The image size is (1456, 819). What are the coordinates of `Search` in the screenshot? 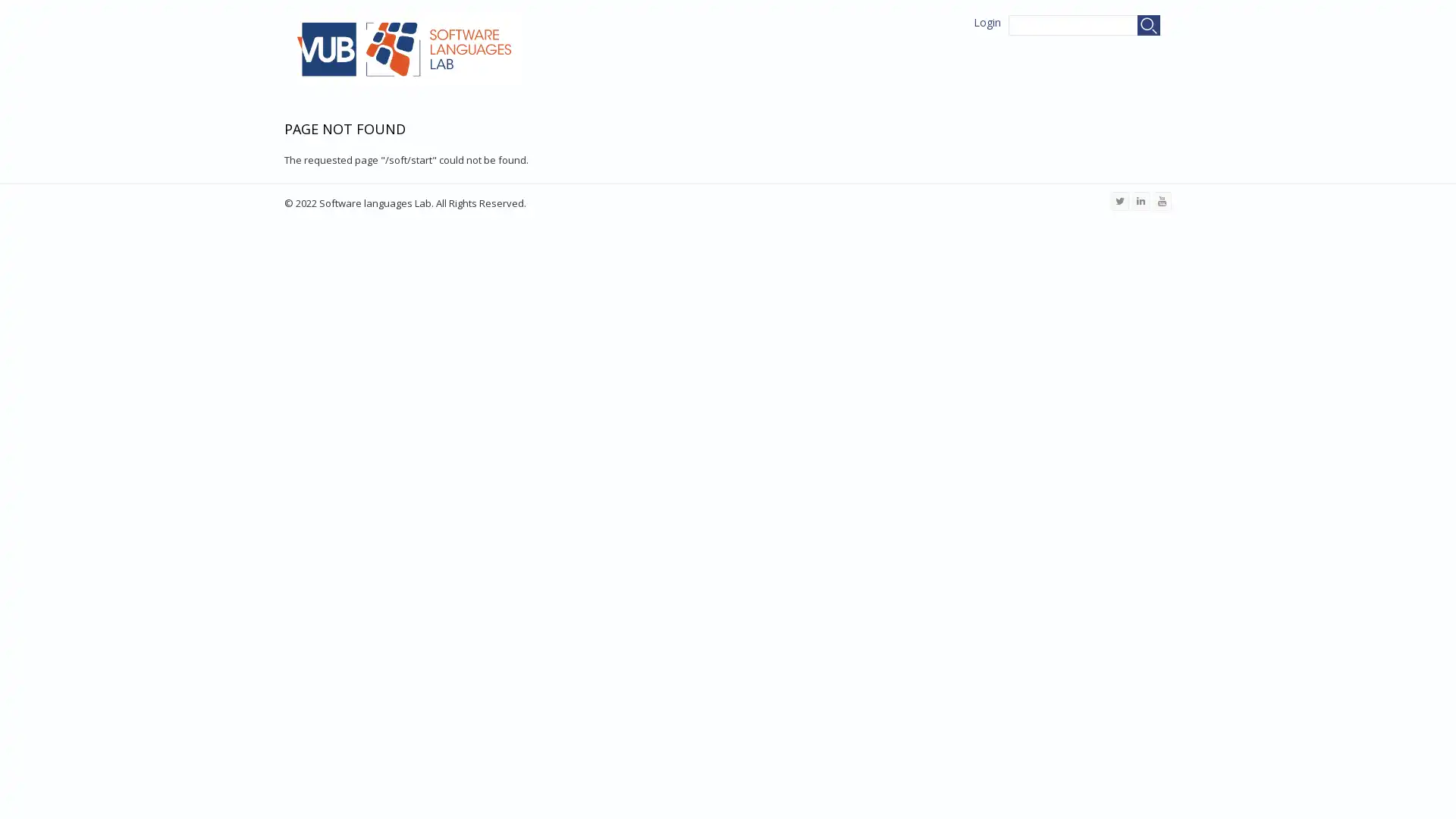 It's located at (1149, 25).